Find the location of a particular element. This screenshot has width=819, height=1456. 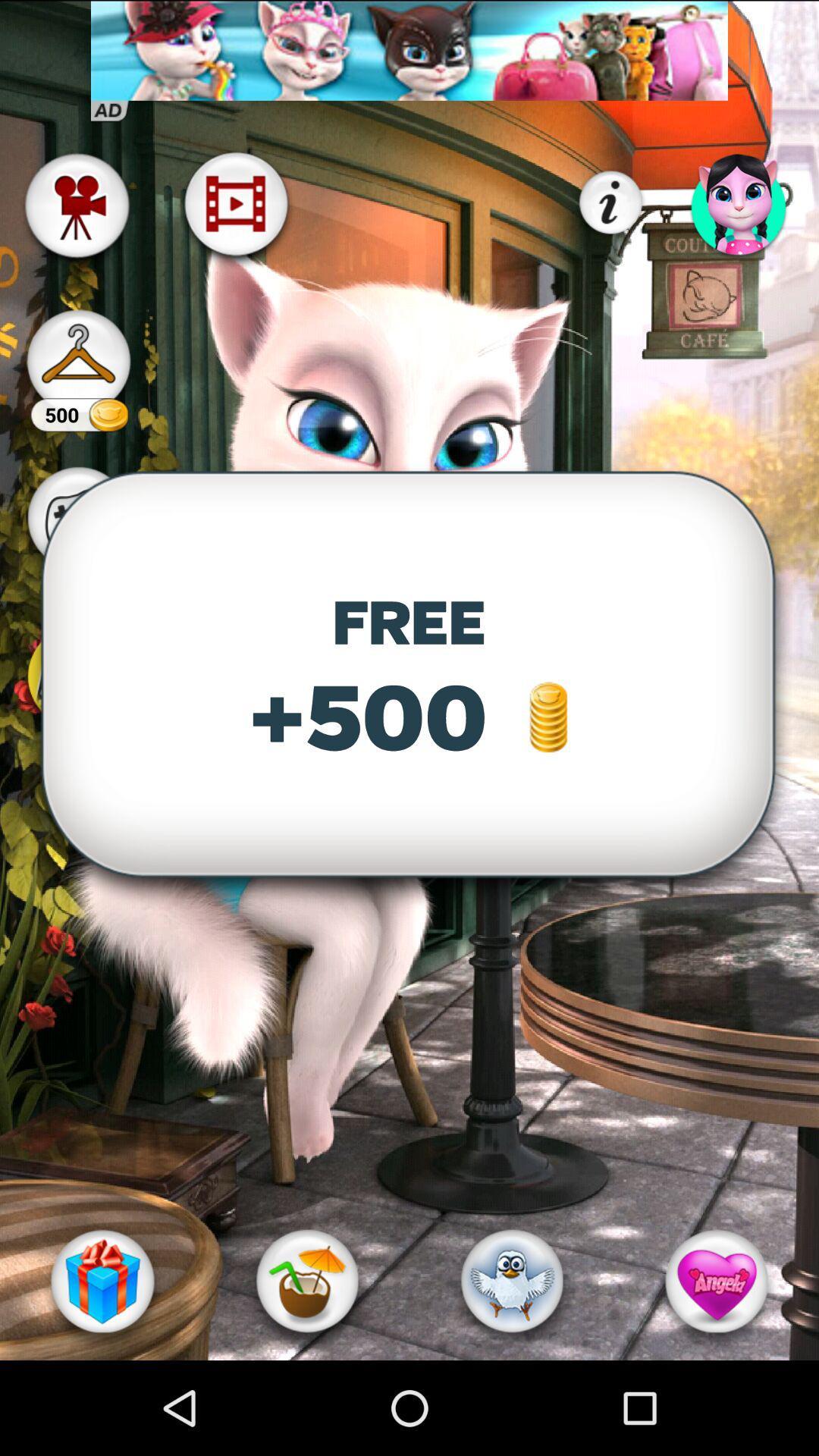

the info icon which is on the top right is located at coordinates (610, 202).